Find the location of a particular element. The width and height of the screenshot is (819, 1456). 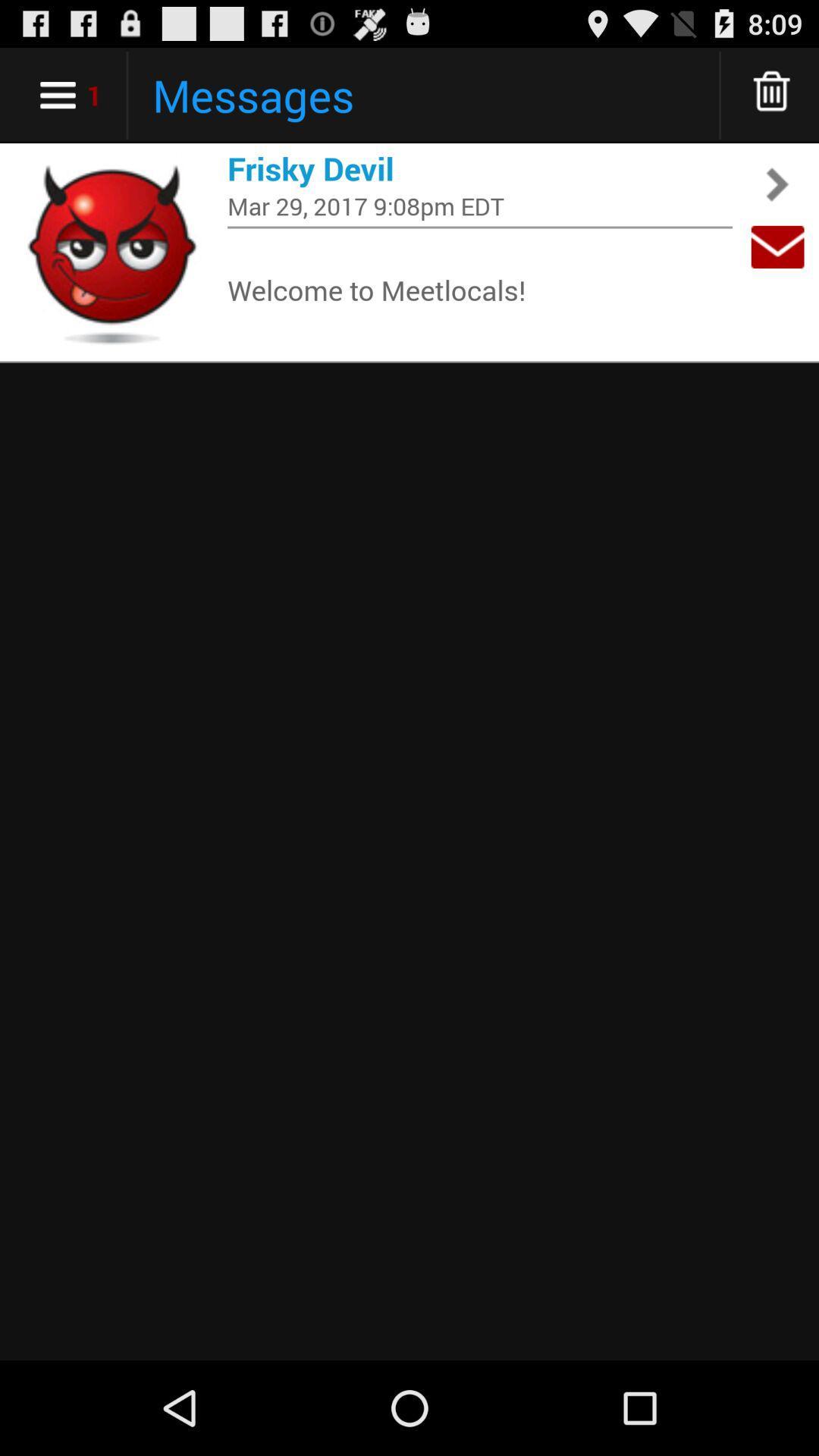

app next to mar 29 2017 item is located at coordinates (777, 246).